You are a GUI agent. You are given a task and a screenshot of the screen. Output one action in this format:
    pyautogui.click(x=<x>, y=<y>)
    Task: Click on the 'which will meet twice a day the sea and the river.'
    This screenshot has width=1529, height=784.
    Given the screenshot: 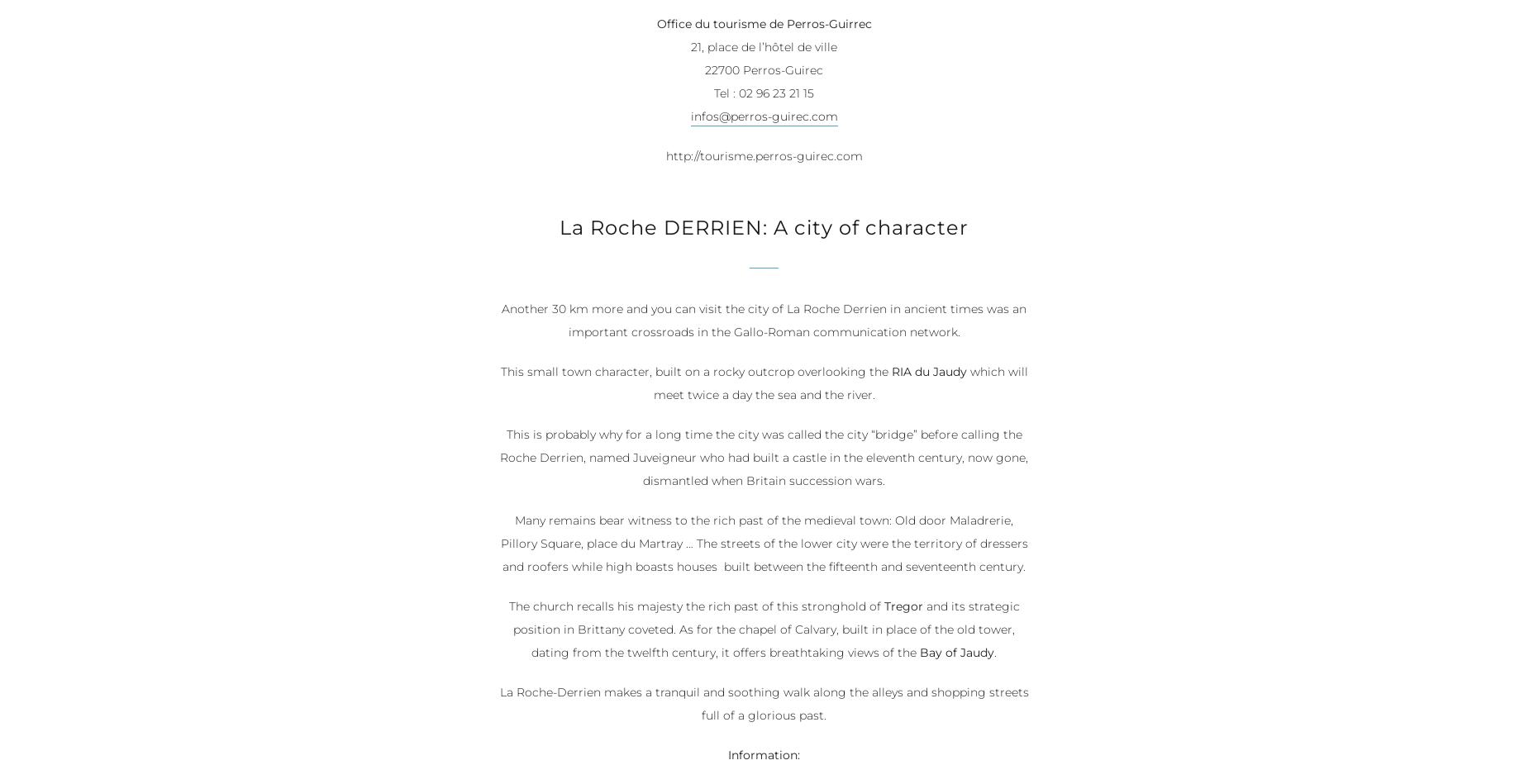 What is the action you would take?
    pyautogui.click(x=839, y=384)
    